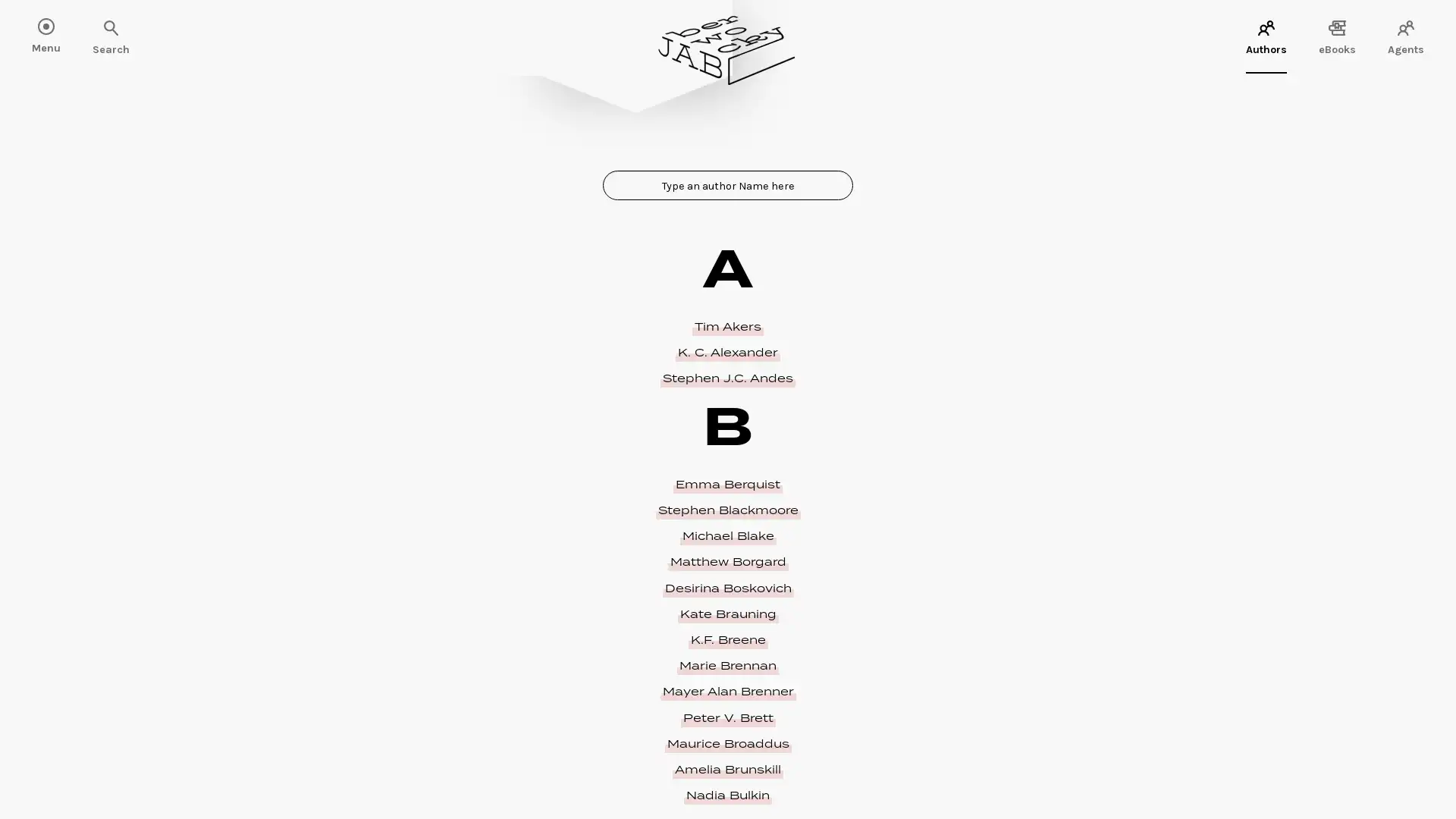 The image size is (1456, 819). I want to click on Search, so click(61, 29).